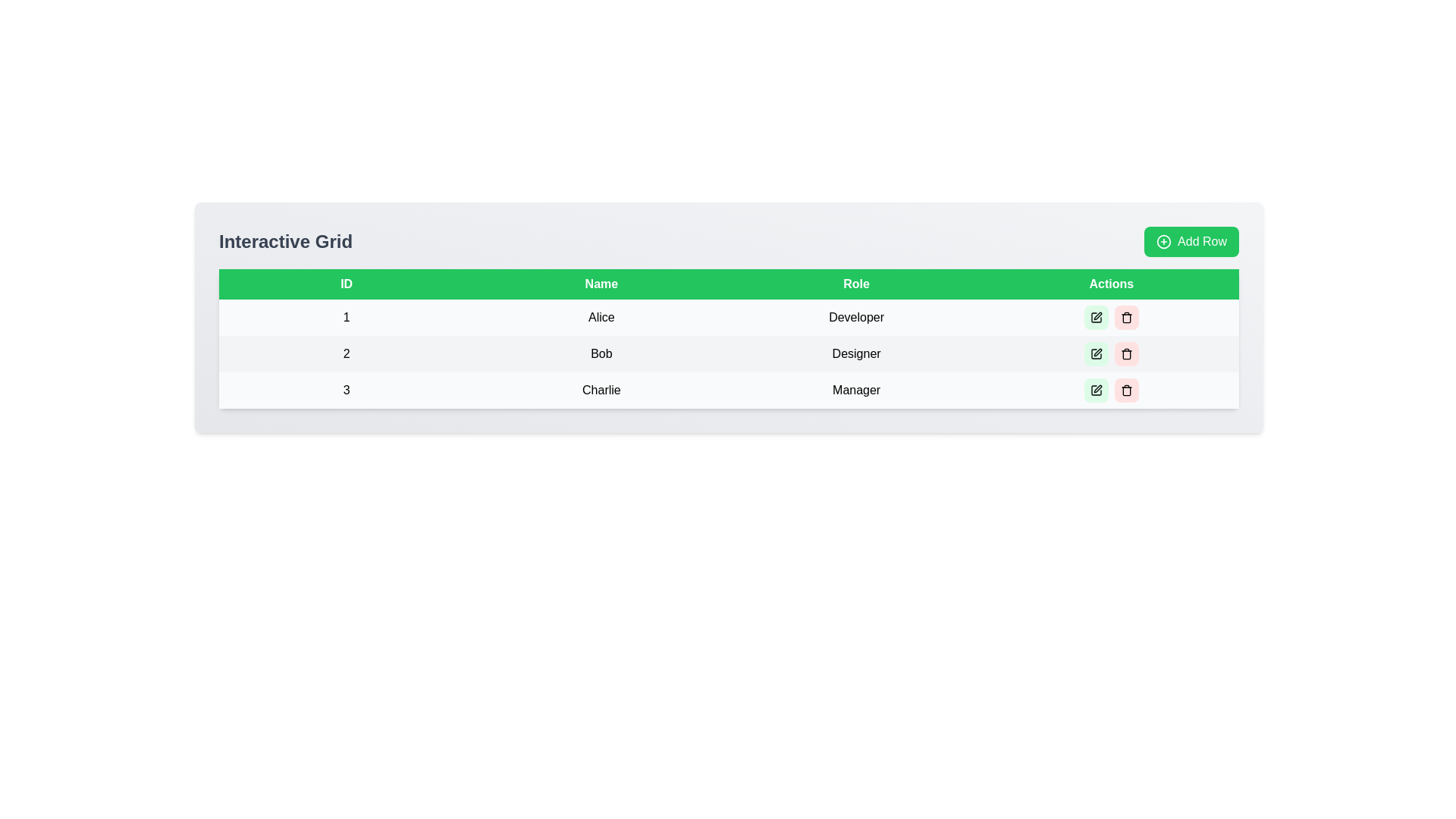 This screenshot has height=819, width=1456. What do you see at coordinates (856, 390) in the screenshot?
I see `the text element displaying 'Manager' in the Role column for the individual named 'Charlie' in row ID 3` at bounding box center [856, 390].